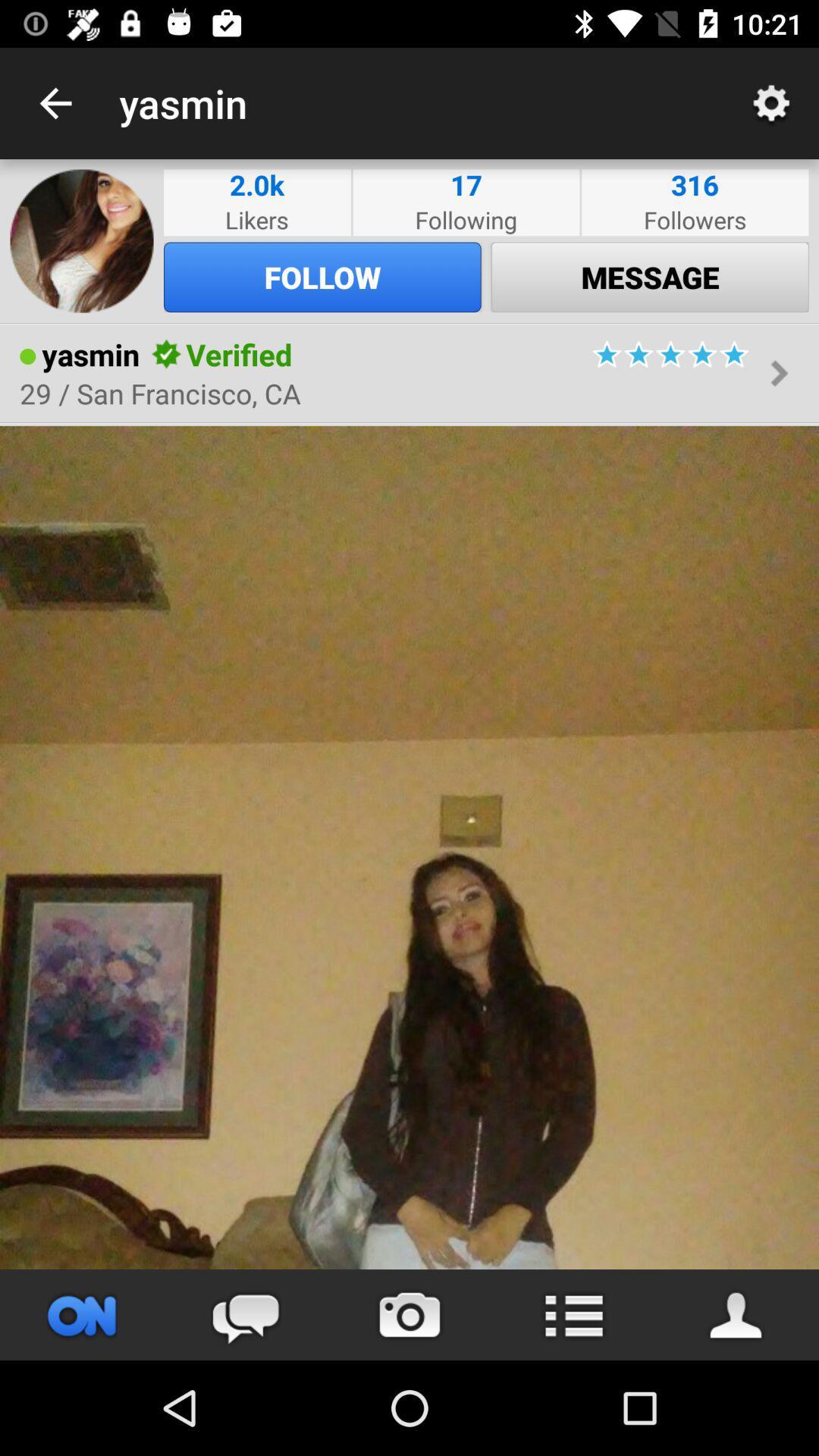 This screenshot has height=1456, width=819. Describe the element at coordinates (82, 1314) in the screenshot. I see `button on` at that location.